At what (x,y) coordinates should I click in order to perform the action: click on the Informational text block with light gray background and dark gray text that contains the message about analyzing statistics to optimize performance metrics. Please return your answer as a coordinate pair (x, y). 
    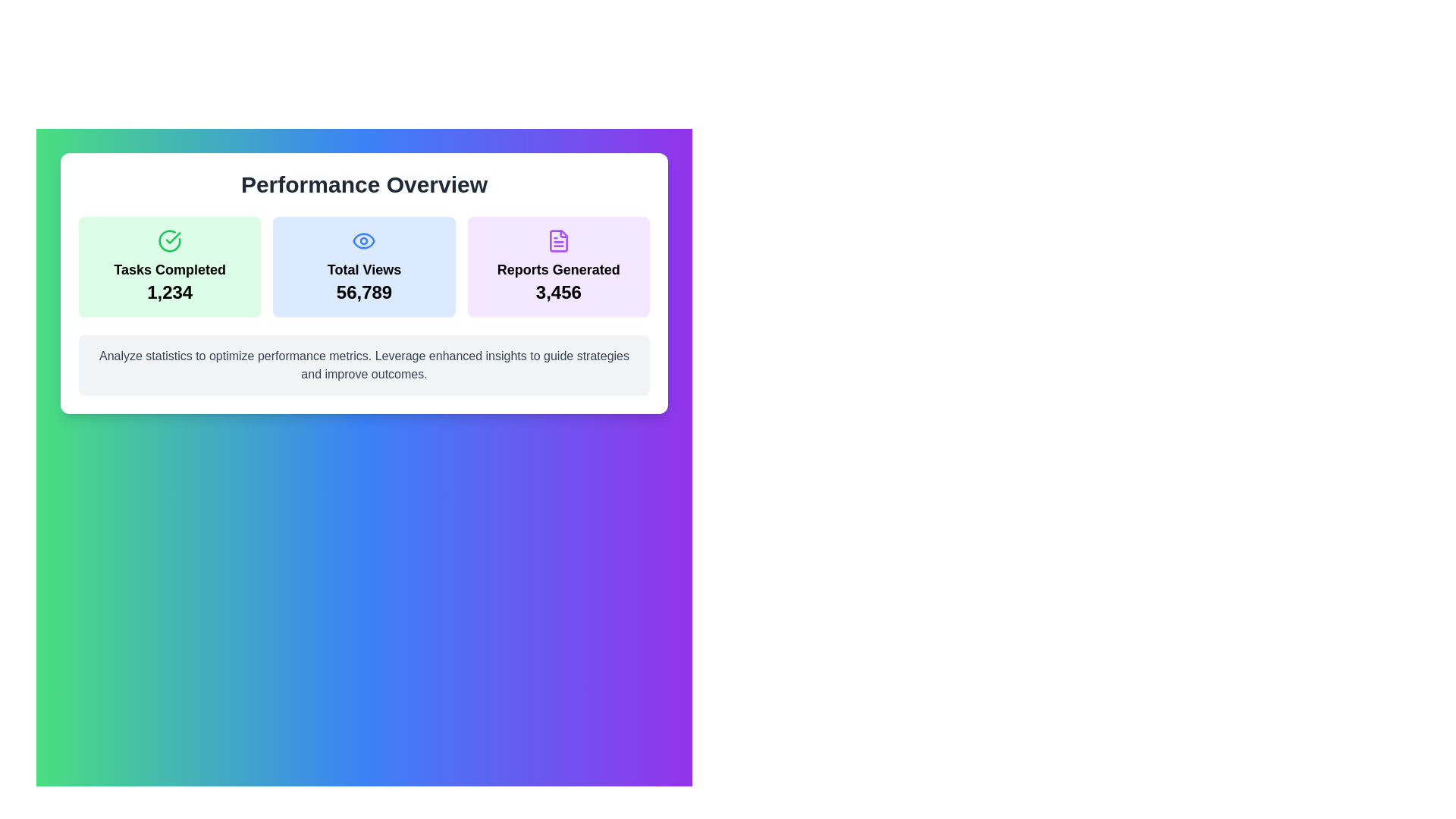
    Looking at the image, I should click on (364, 366).